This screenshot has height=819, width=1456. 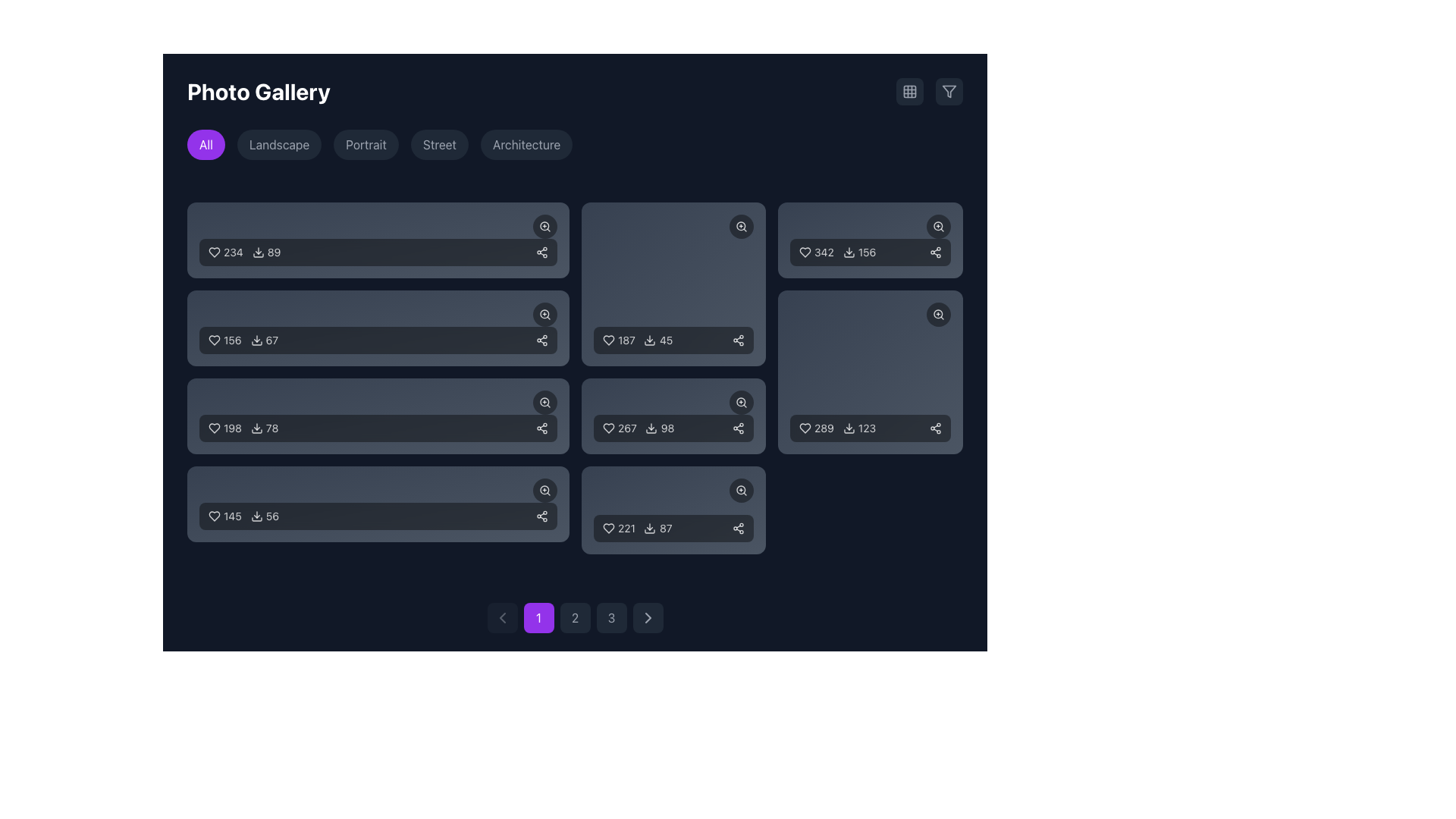 What do you see at coordinates (910, 91) in the screenshot?
I see `the grid layout icon button located at the top-right corner of the interface` at bounding box center [910, 91].